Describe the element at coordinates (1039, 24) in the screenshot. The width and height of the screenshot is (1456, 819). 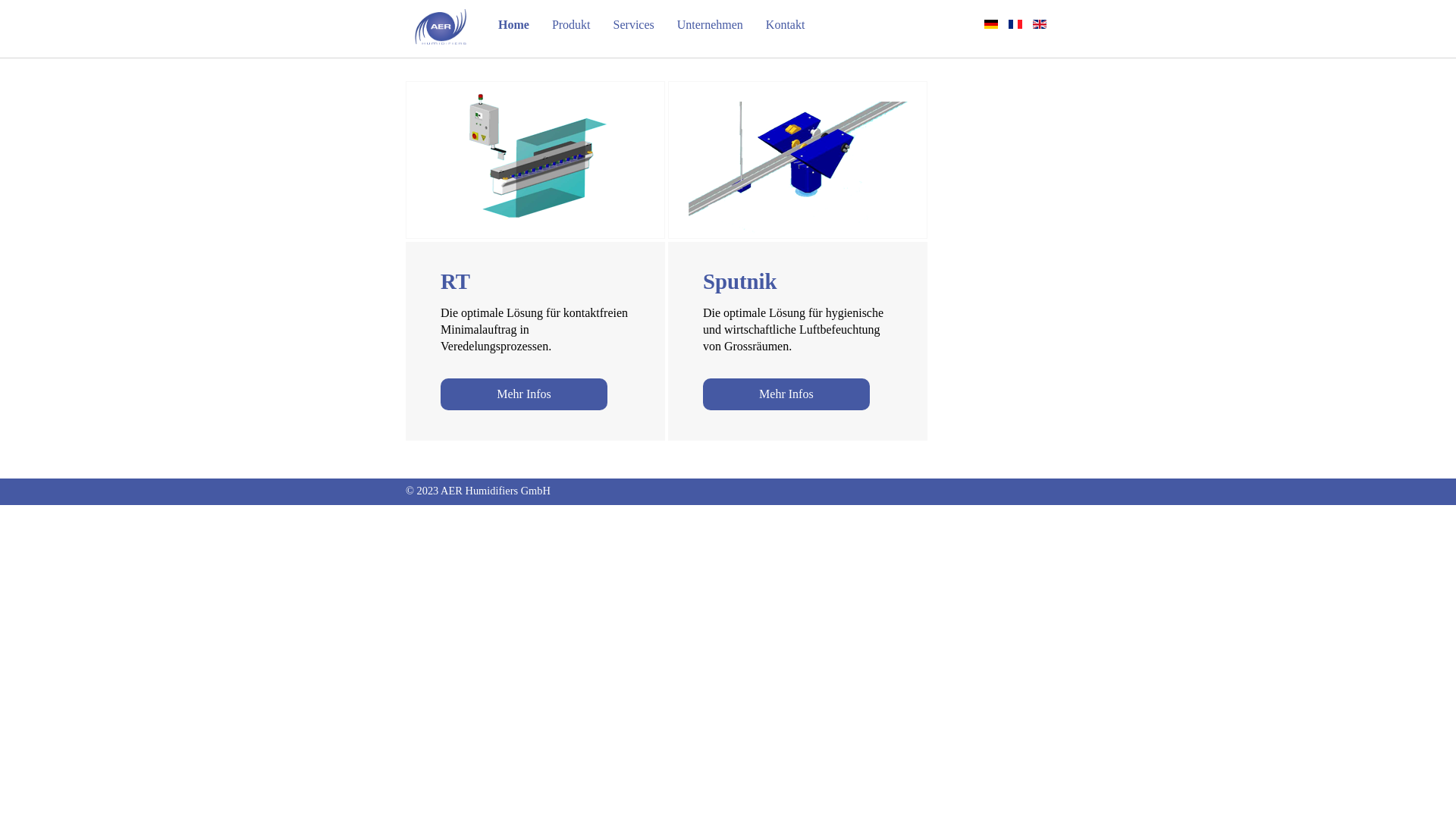
I see `'English (United Kingdom)'` at that location.